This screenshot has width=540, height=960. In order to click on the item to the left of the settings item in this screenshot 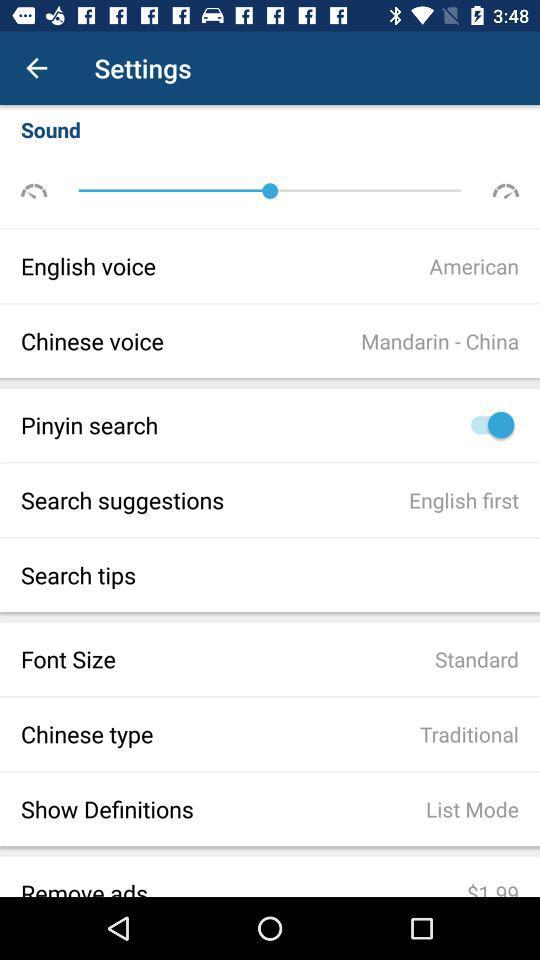, I will do `click(36, 68)`.